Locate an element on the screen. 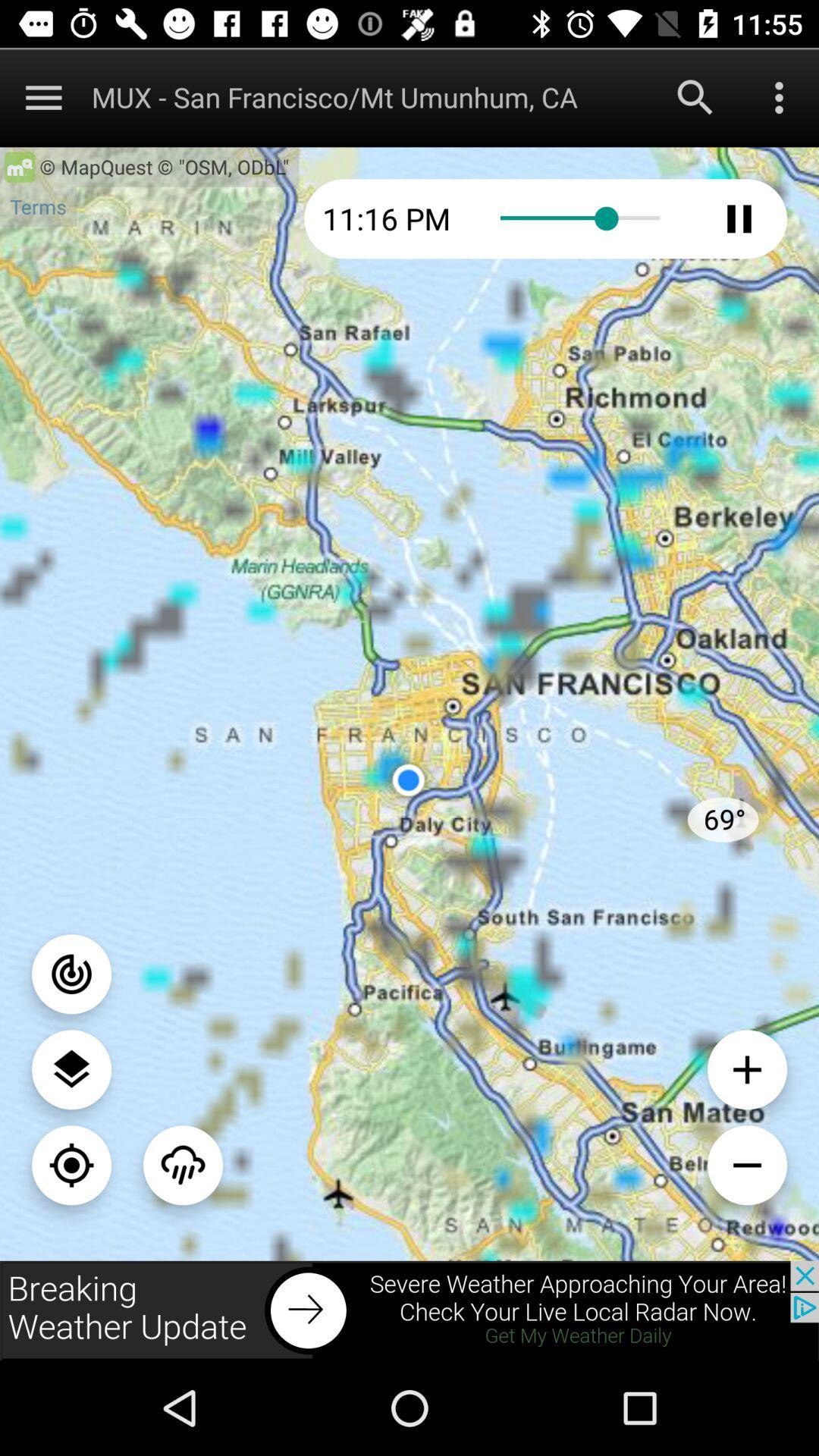 The image size is (819, 1456). the add icon is located at coordinates (746, 1068).